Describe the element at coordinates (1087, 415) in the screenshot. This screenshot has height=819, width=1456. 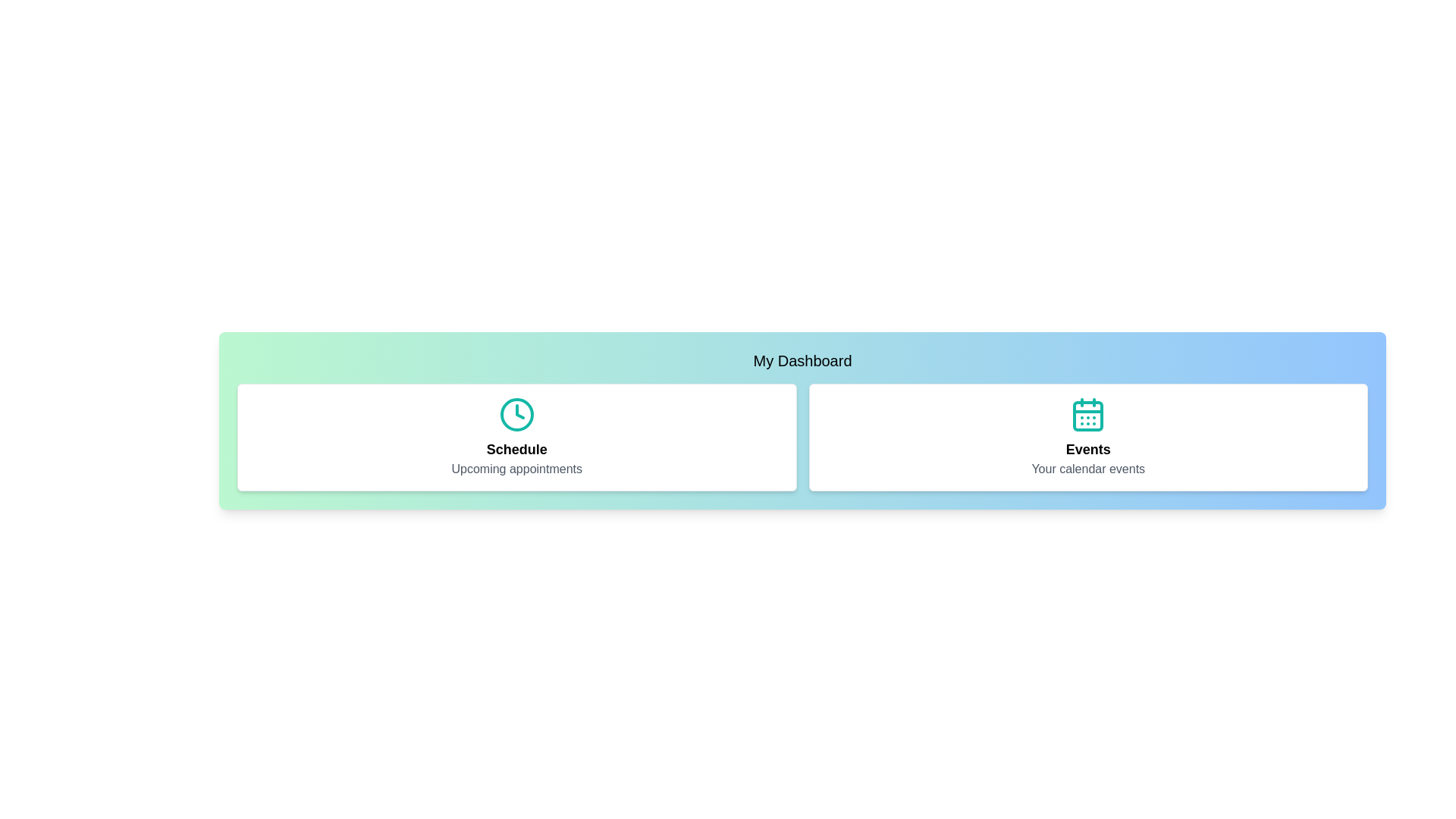
I see `the teal calendar icon with circular dots located in the top section of the 'Events' card, positioned to the right of the 'Schedule' card, above the text 'Events'` at that location.